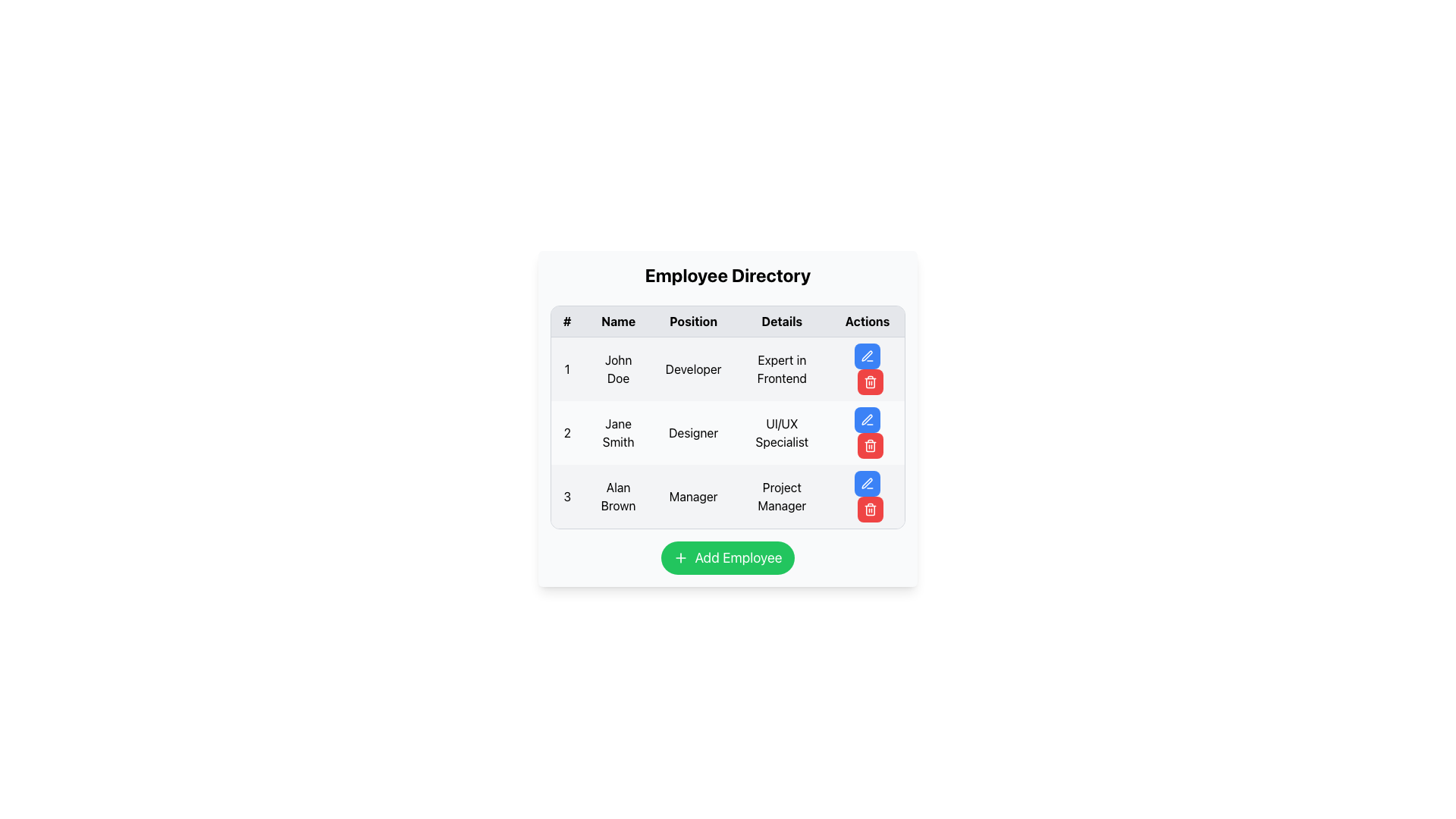 The height and width of the screenshot is (819, 1456). Describe the element at coordinates (871, 509) in the screenshot. I see `the 'Delete' button for the third employee entry in the Actions column` at that location.